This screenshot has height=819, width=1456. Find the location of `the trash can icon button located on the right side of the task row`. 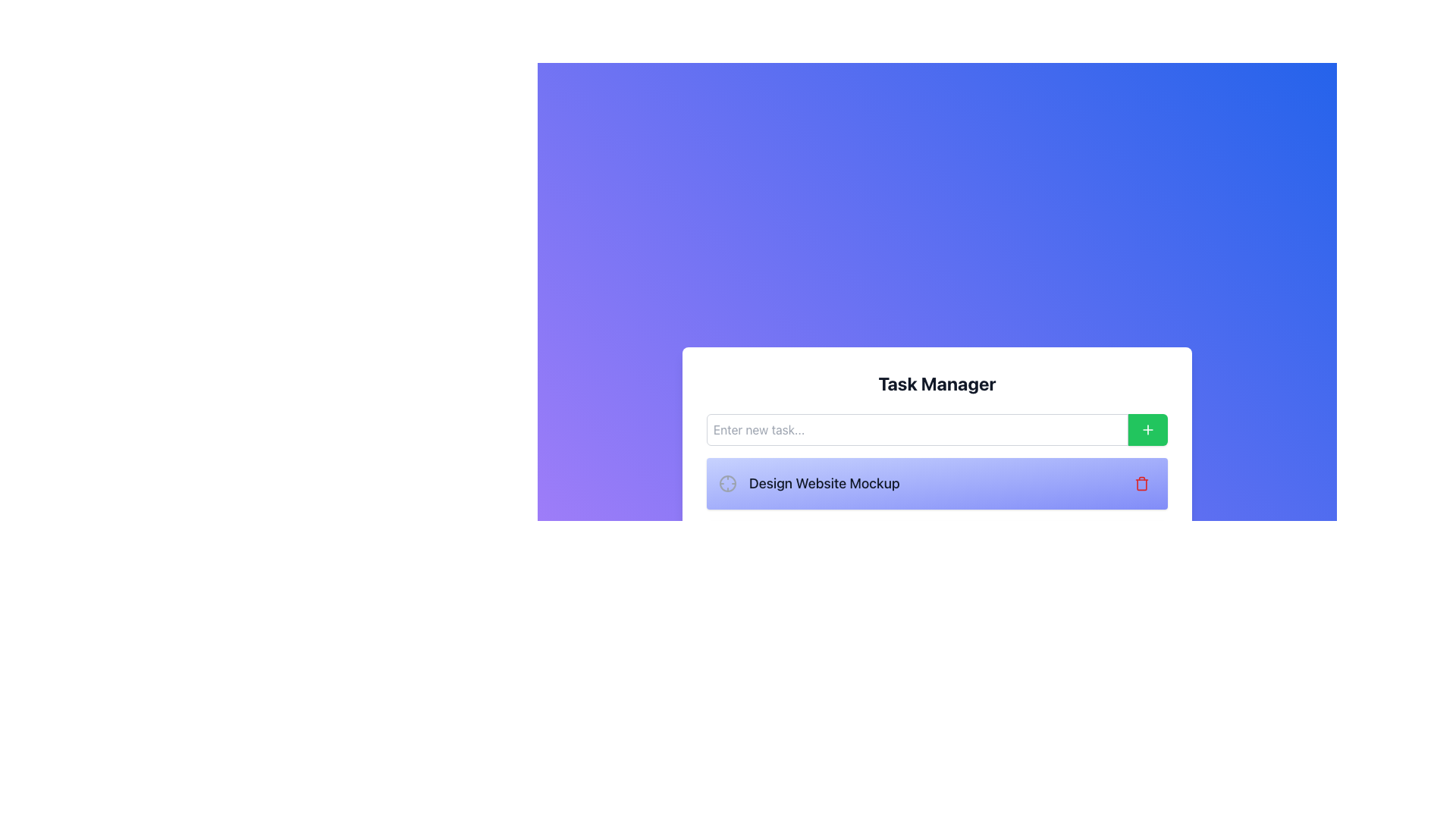

the trash can icon button located on the right side of the task row is located at coordinates (1142, 483).